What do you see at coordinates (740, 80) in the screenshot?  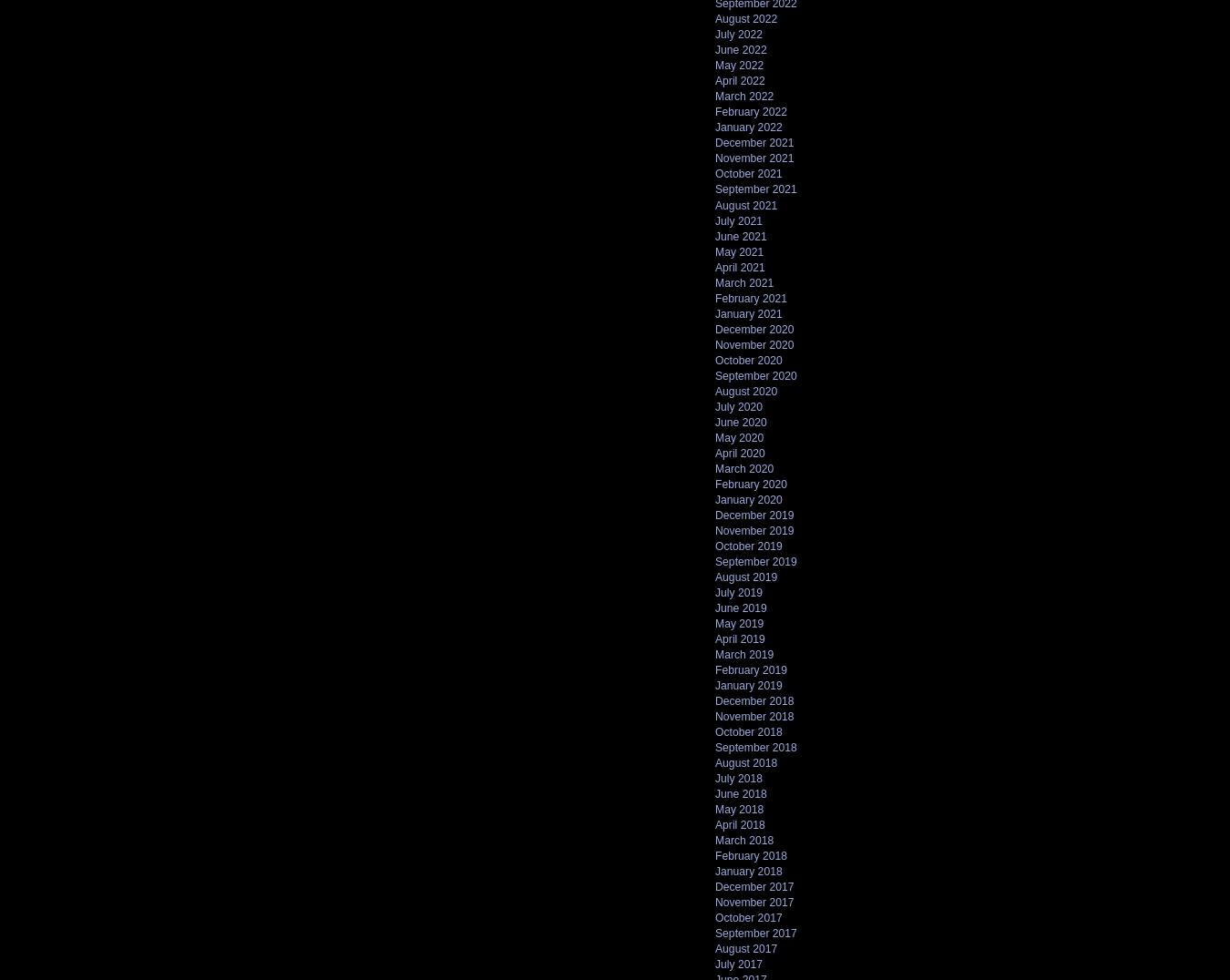 I see `'April 2022'` at bounding box center [740, 80].